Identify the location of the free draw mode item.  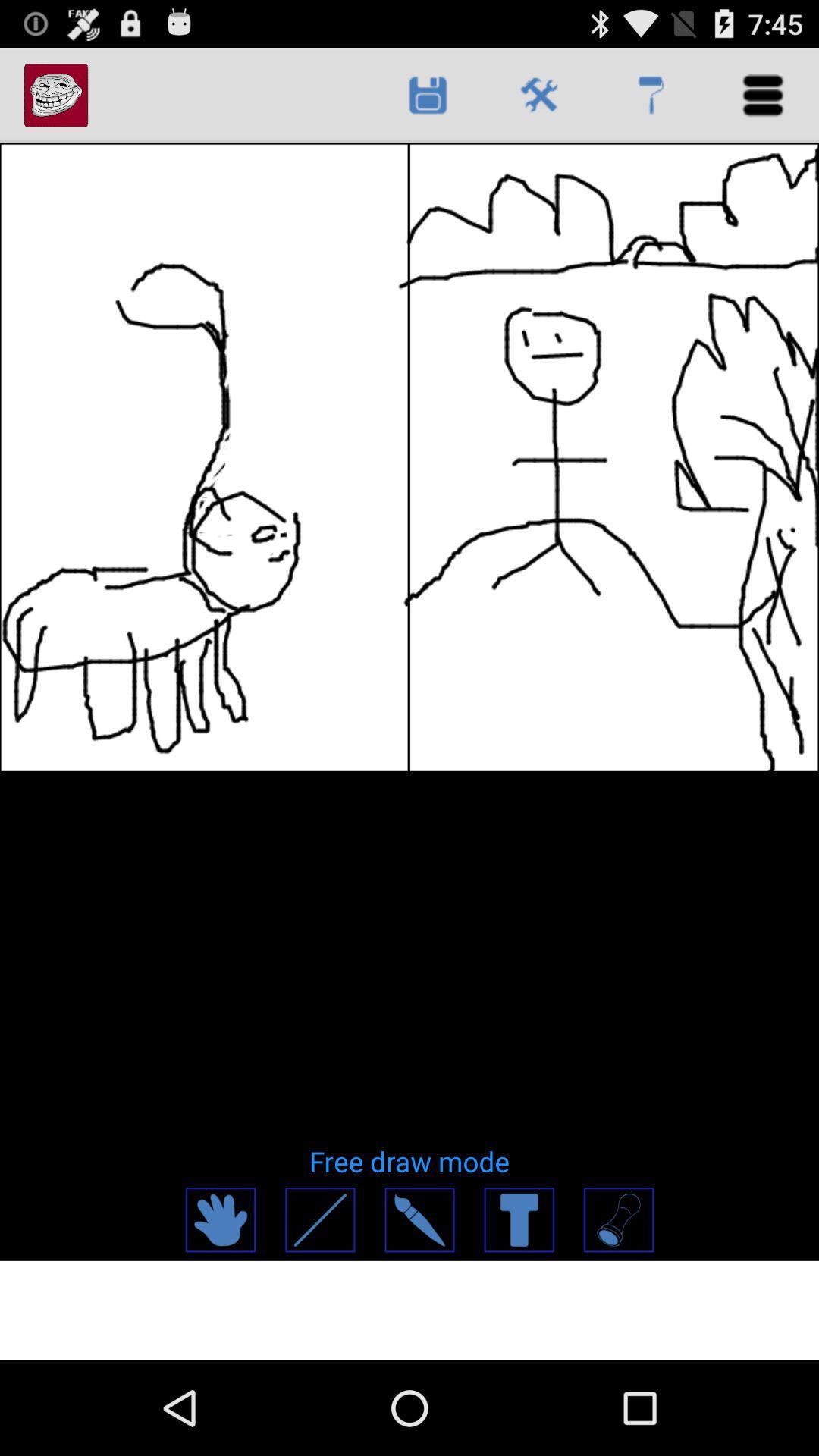
(409, 1160).